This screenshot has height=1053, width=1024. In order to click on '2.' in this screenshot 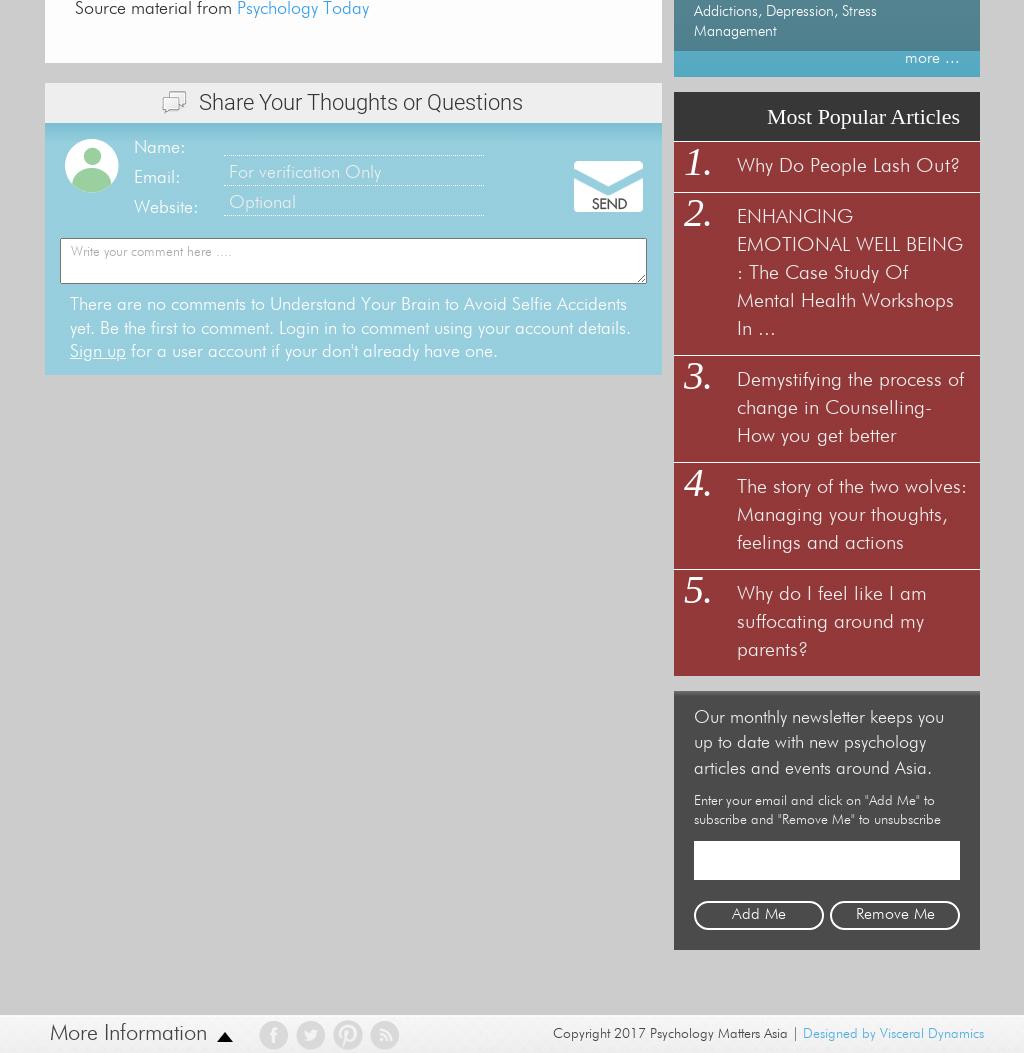, I will do `click(697, 212)`.